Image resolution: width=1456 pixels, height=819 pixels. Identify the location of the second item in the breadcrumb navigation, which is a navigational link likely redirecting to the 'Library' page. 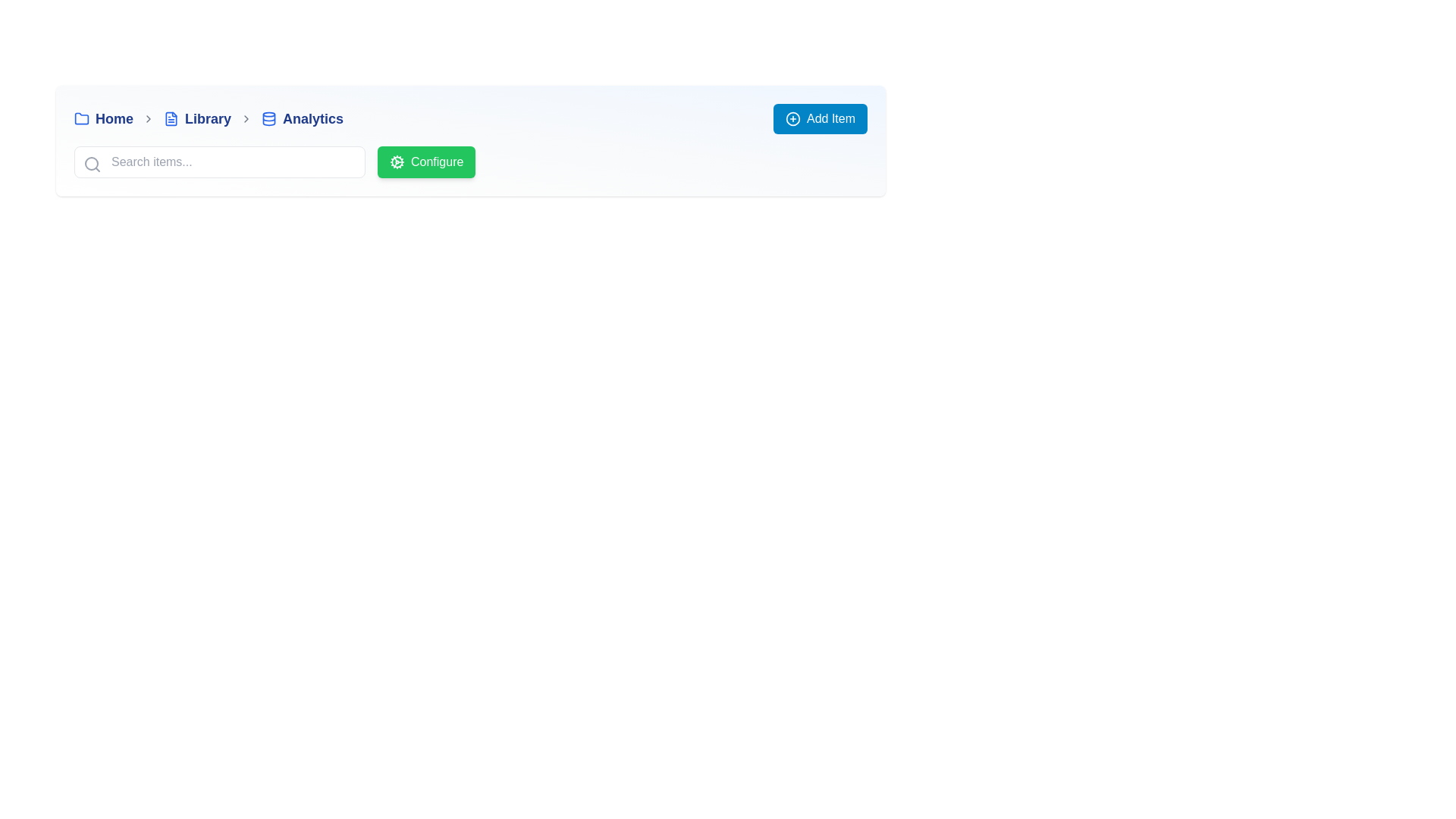
(196, 118).